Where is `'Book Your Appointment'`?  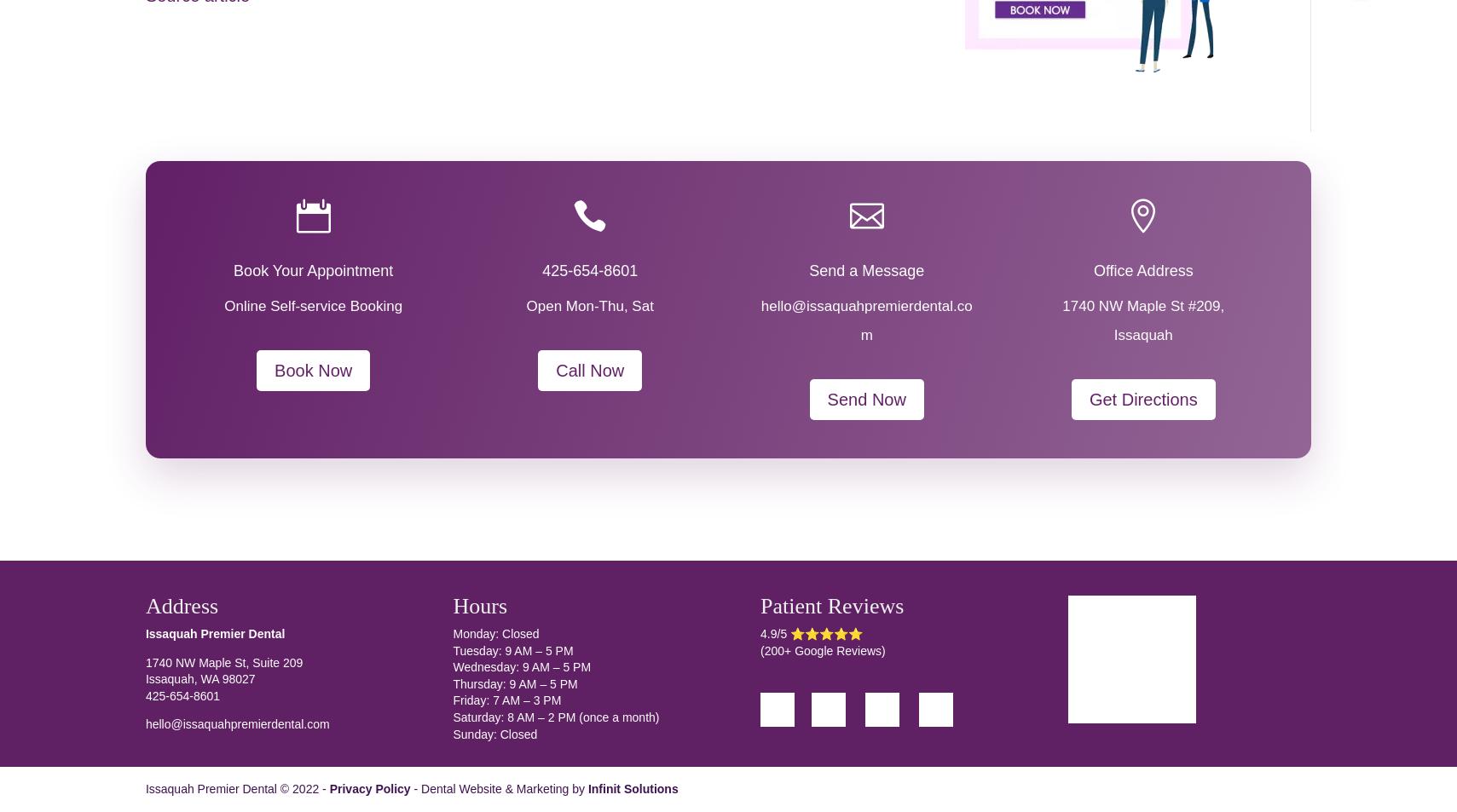
'Book Your Appointment' is located at coordinates (312, 270).